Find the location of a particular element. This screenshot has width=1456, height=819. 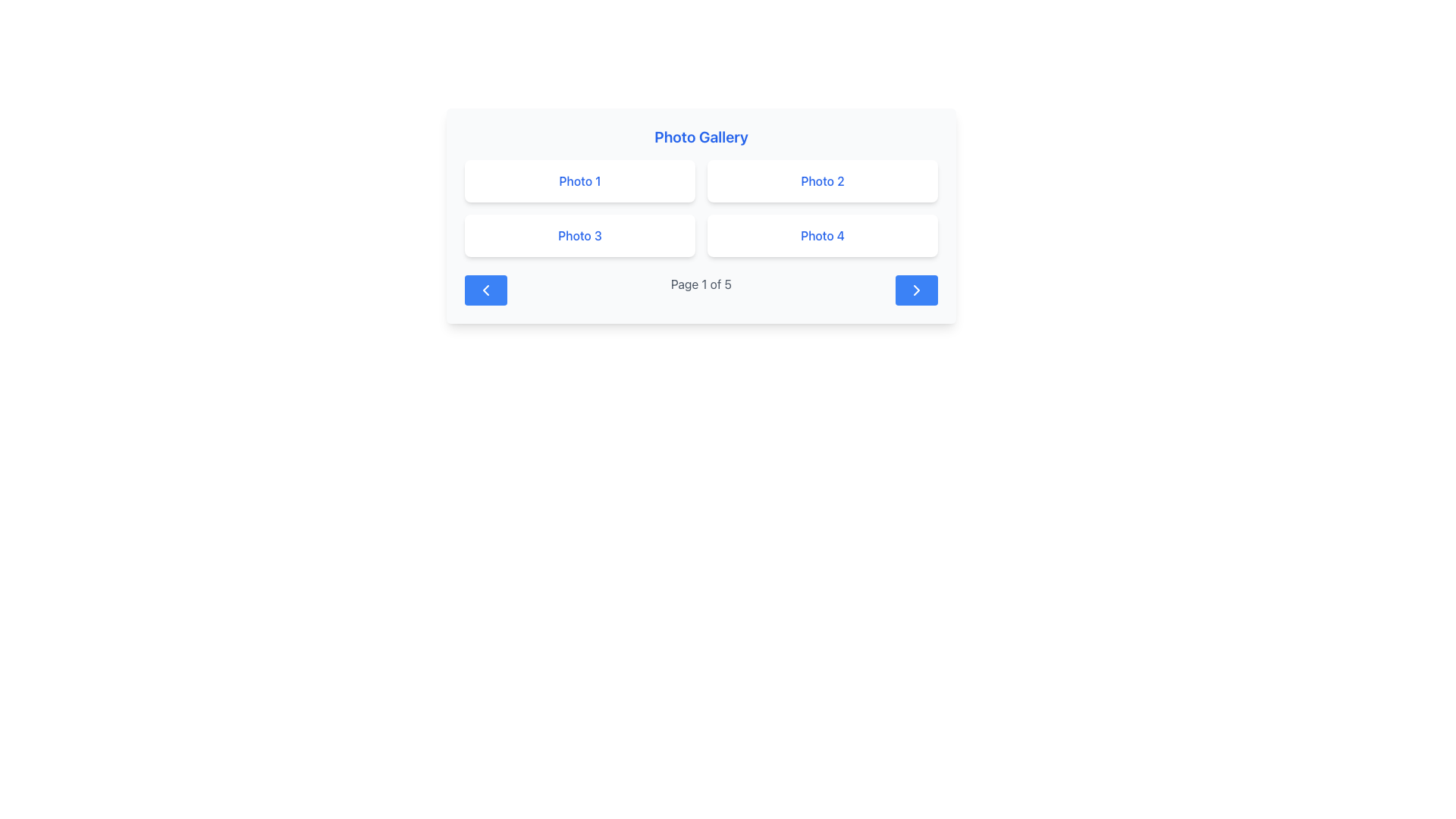

the right-facing chevron icon that is integrated into the blue square button on the pagination control bar, located on the far right-hand side is located at coordinates (916, 290).